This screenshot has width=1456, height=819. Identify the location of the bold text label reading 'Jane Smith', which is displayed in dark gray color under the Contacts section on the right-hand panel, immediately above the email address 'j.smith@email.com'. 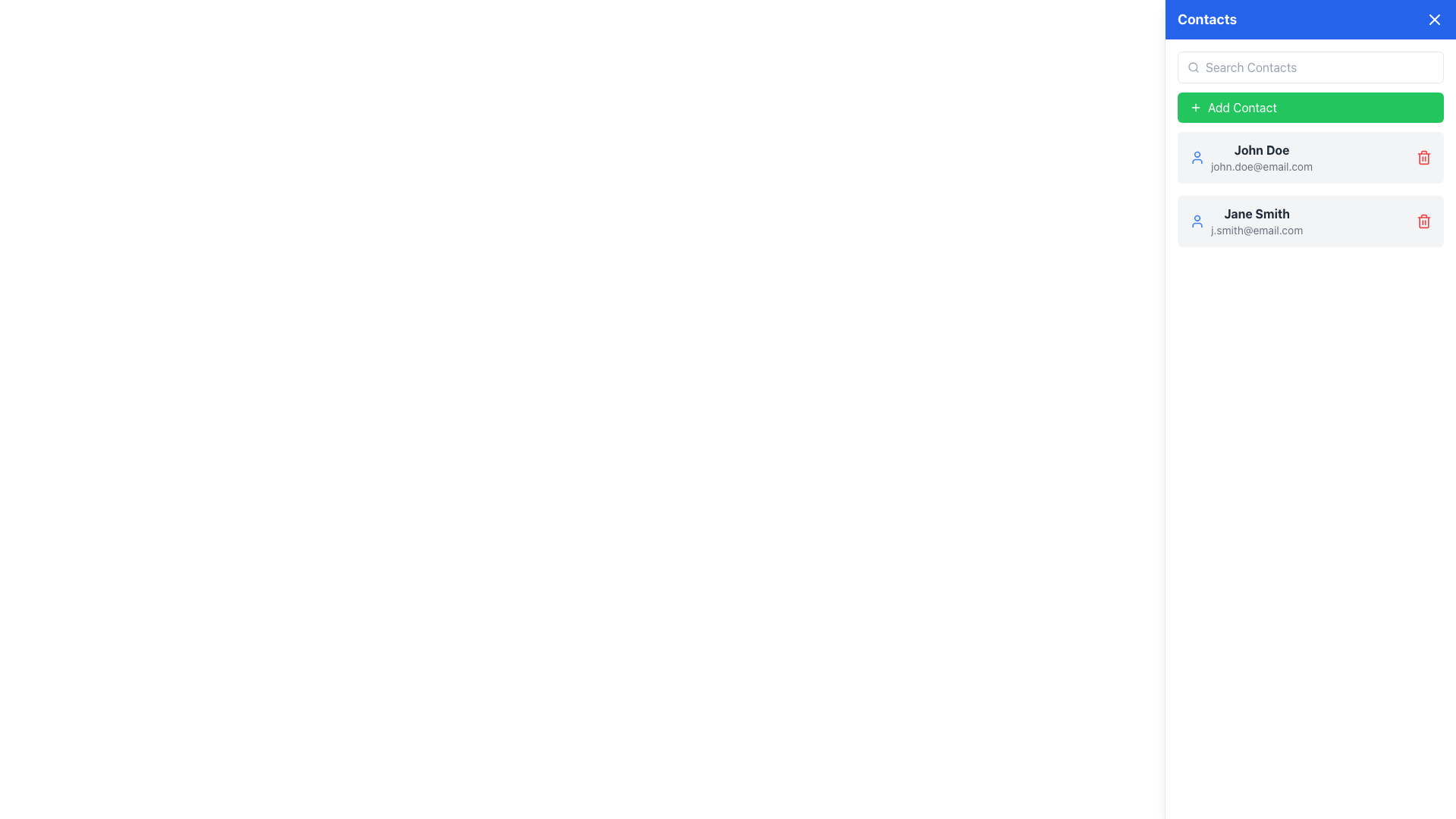
(1257, 213).